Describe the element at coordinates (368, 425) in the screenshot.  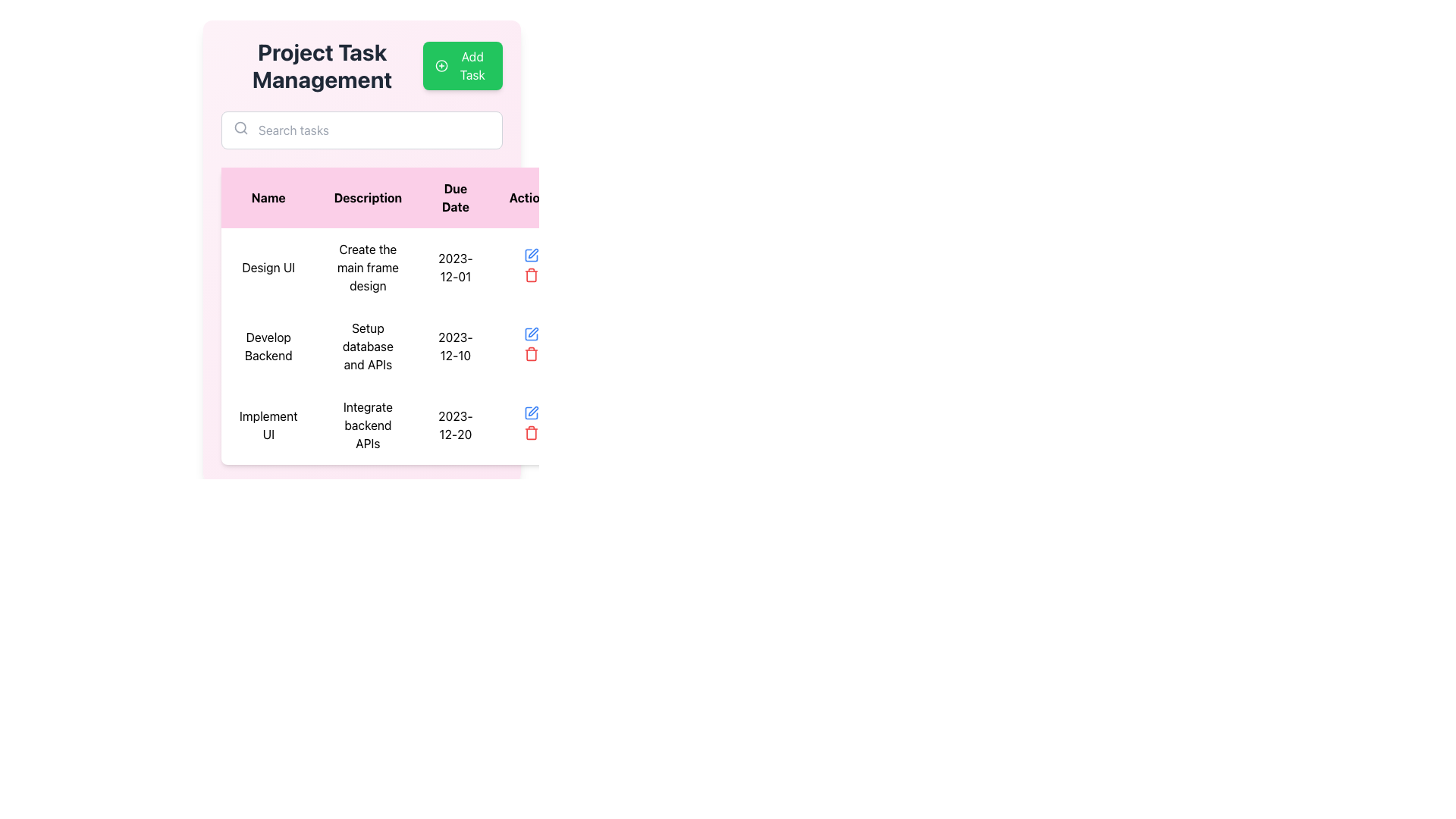
I see `the text label that says 'Integrate backend APIs', which is centrally aligned with padding and located under the 'Description' column in the same row as 'Implement UI'` at that location.